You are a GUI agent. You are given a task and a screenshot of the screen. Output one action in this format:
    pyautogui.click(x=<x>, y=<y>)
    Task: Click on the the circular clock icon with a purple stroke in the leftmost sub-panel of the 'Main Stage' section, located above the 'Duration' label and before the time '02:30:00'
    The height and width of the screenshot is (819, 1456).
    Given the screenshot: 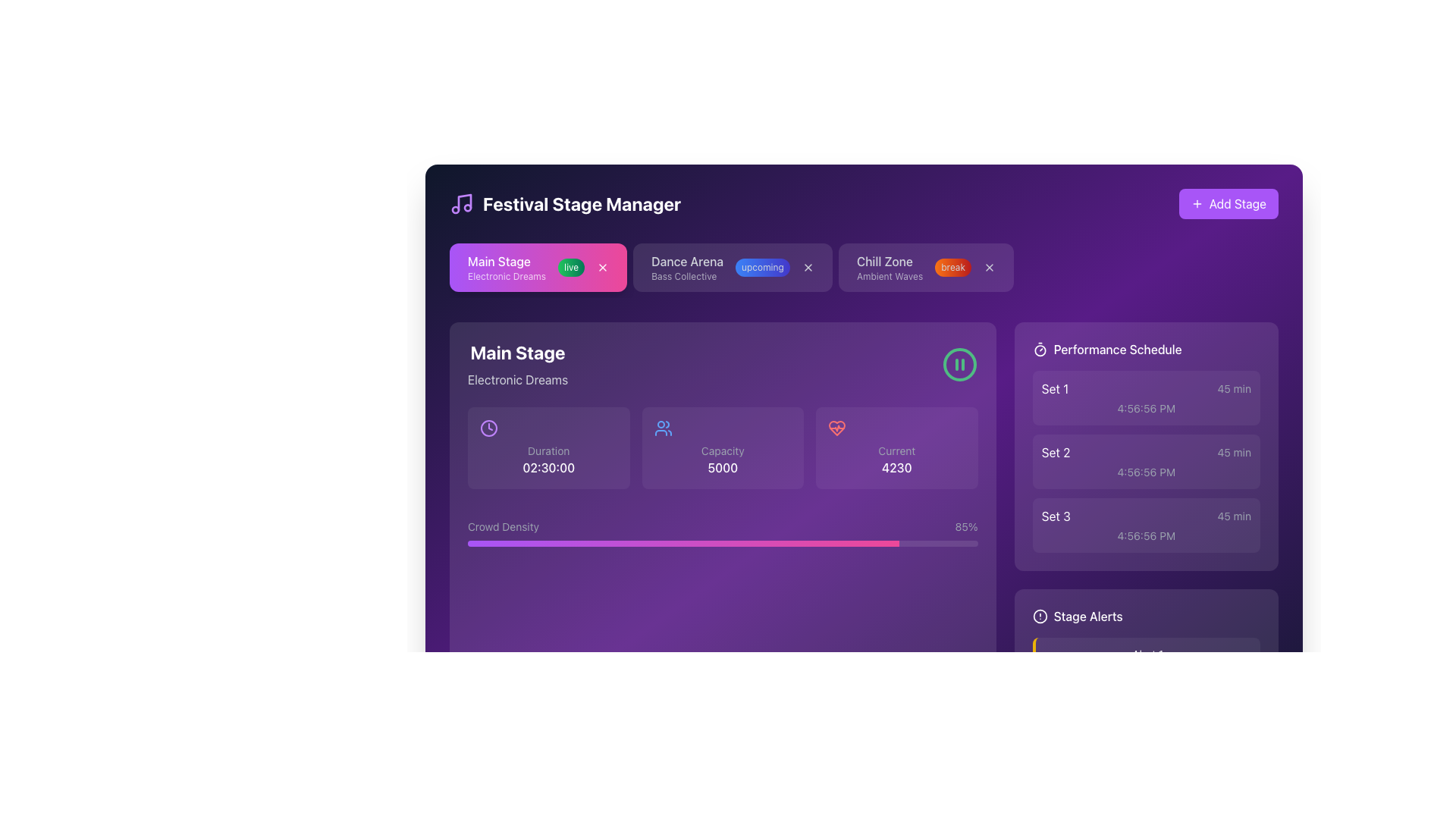 What is the action you would take?
    pyautogui.click(x=488, y=428)
    